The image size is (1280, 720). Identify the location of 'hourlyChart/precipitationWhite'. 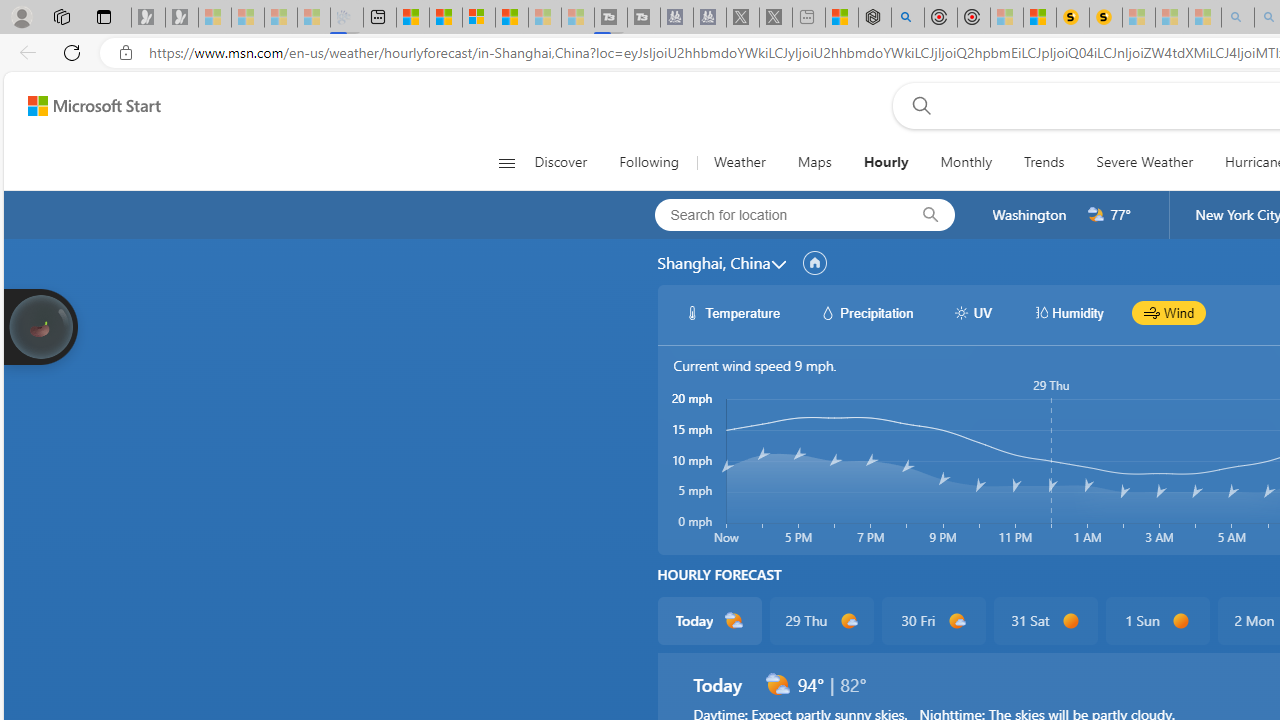
(828, 312).